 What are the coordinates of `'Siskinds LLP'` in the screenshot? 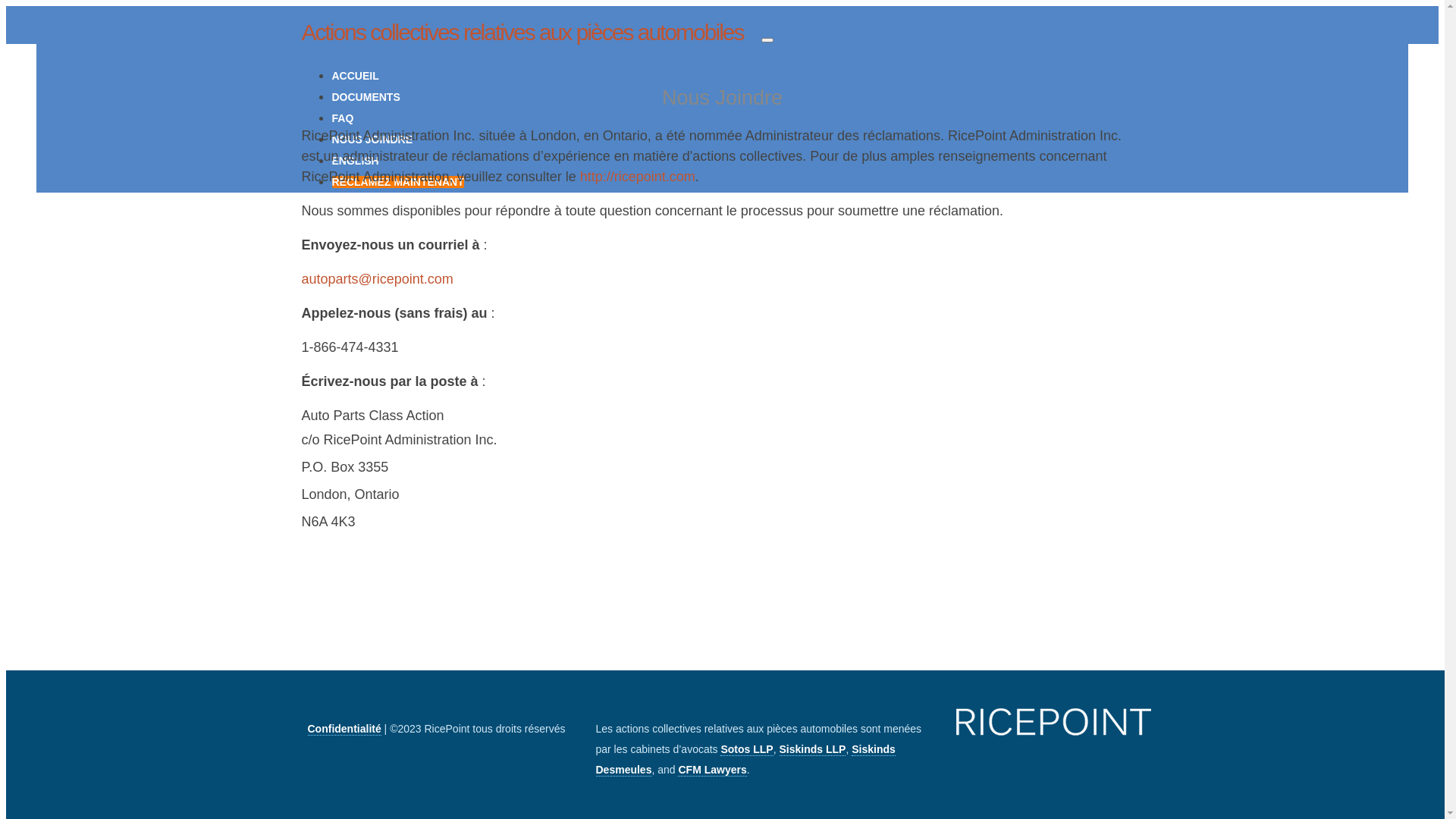 It's located at (811, 748).